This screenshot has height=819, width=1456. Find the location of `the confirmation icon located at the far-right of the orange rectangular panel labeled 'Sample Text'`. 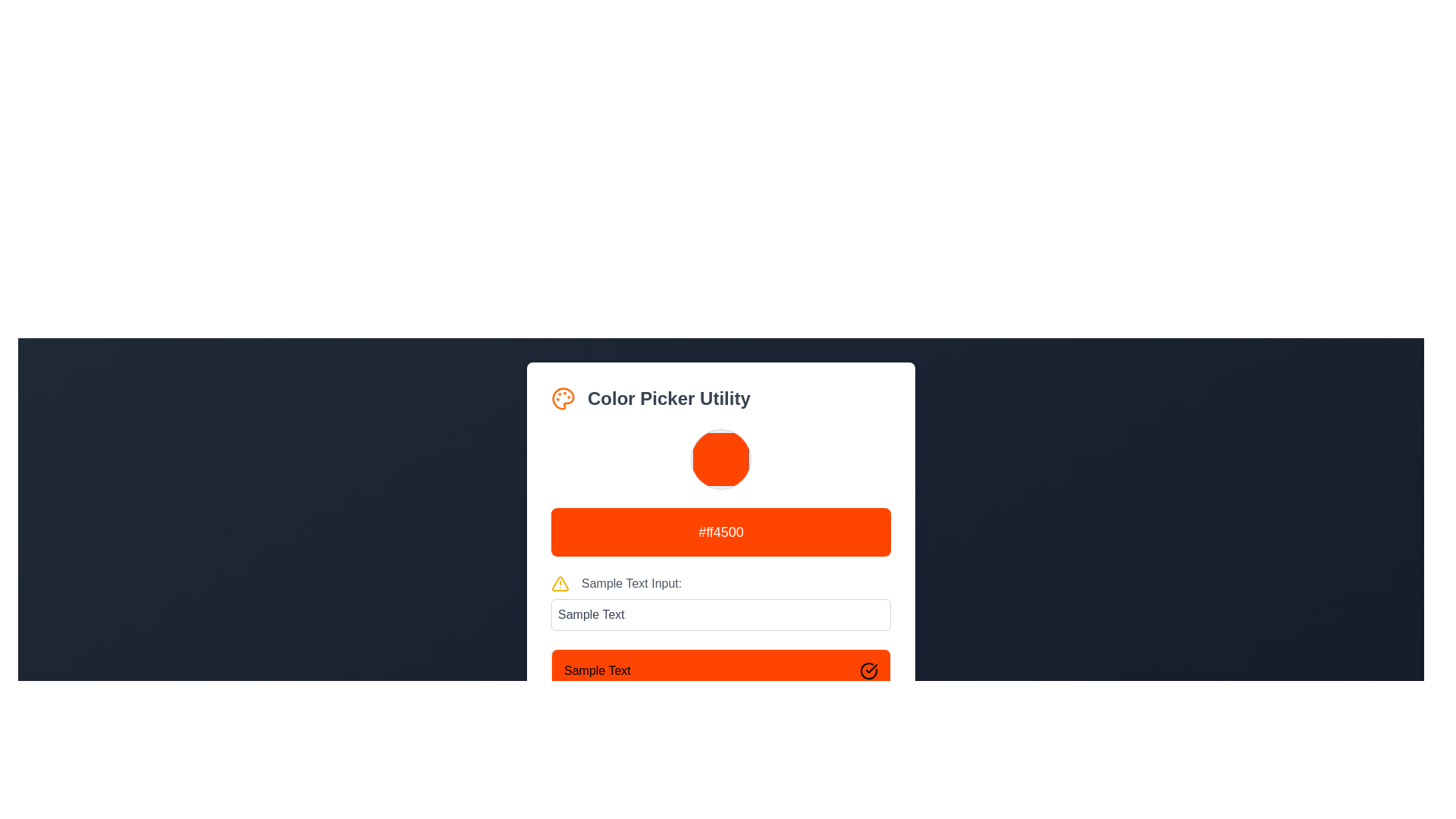

the confirmation icon located at the far-right of the orange rectangular panel labeled 'Sample Text' is located at coordinates (869, 670).